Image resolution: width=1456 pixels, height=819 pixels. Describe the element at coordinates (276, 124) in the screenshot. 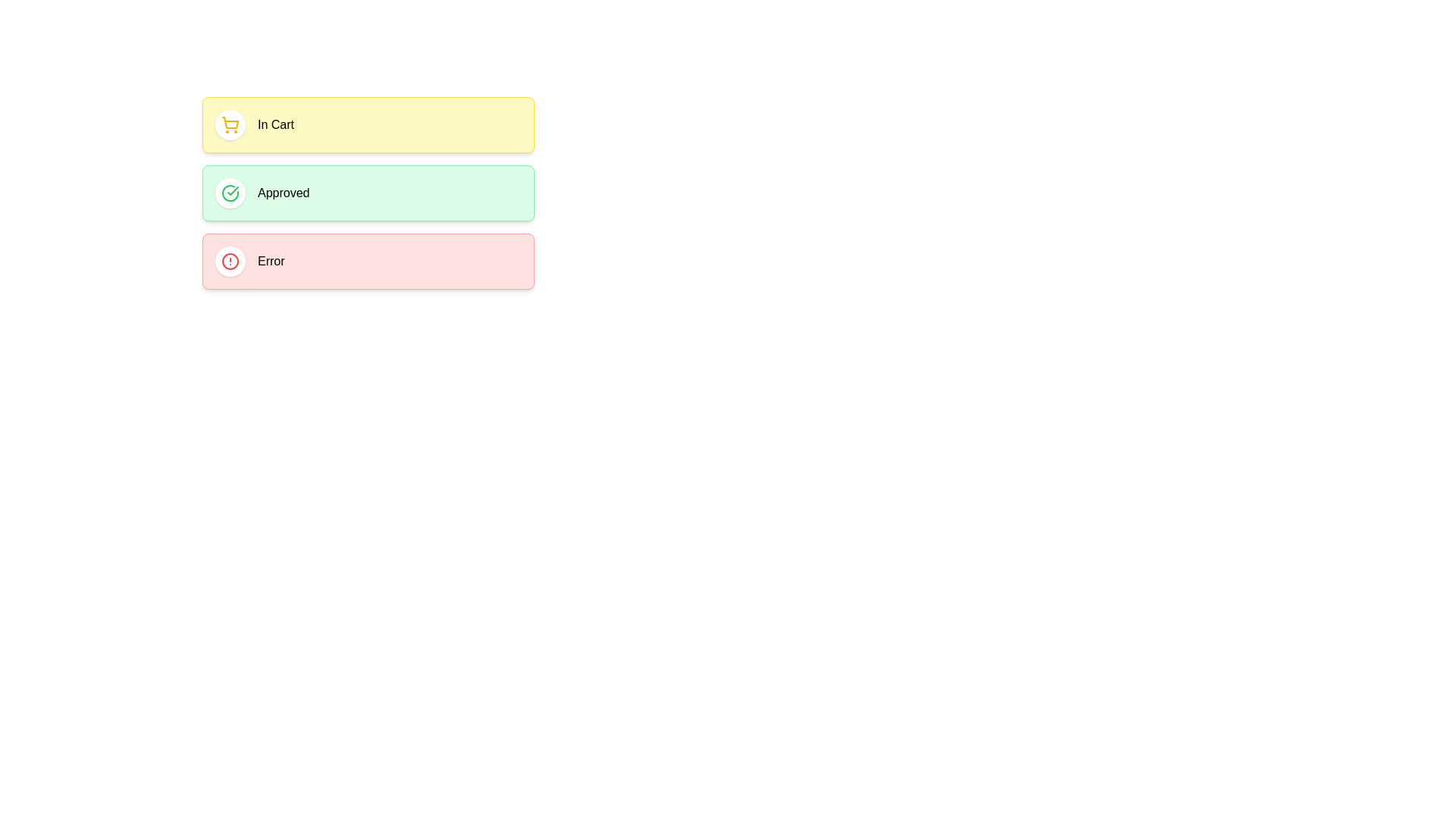

I see `the Text label that indicates an item is currently in the user's cart, positioned to the right of the cart icon` at that location.